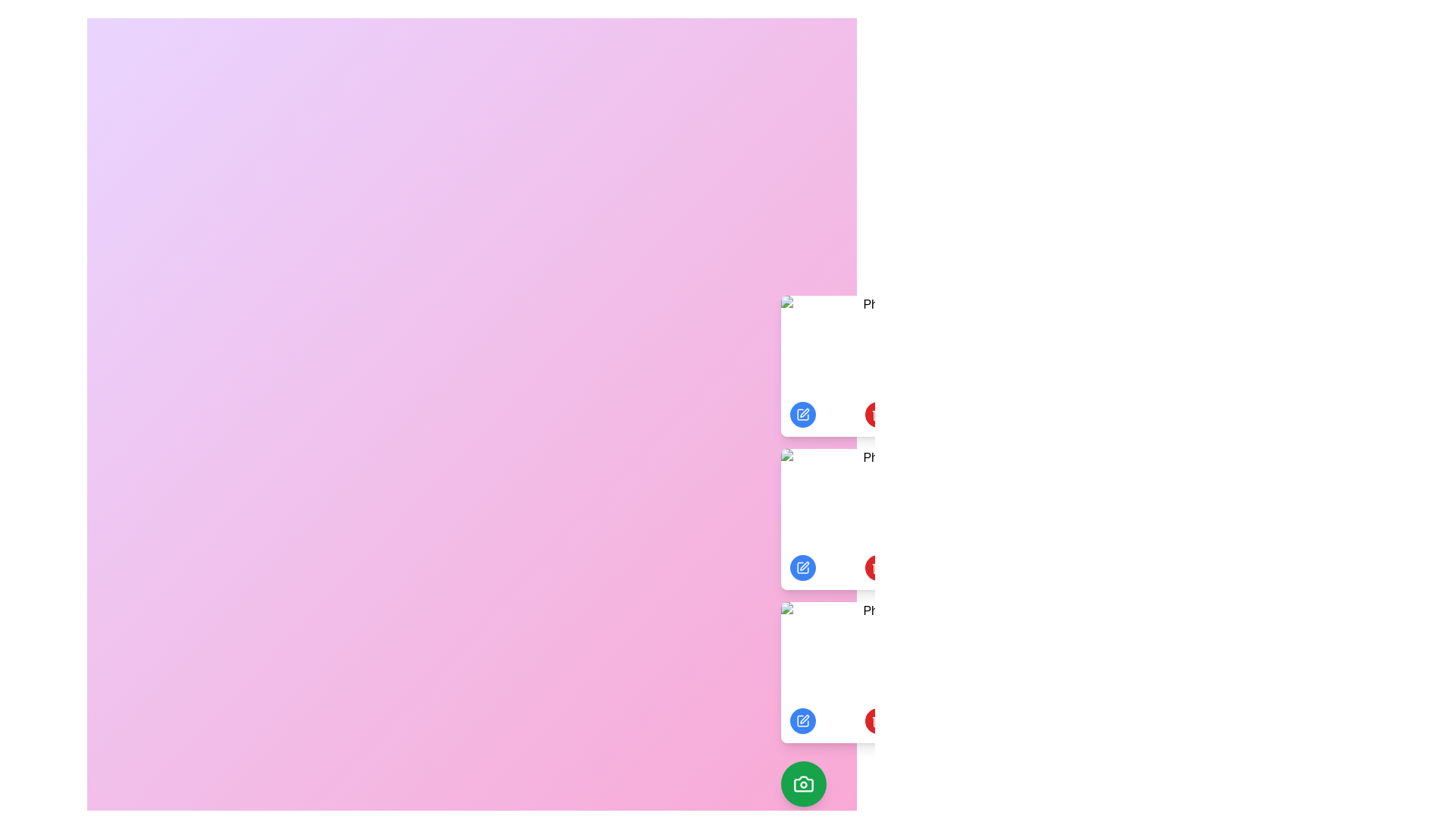 The width and height of the screenshot is (1456, 819). I want to click on delete button under the photo labeled 'Photo 3' to delete it, so click(877, 720).